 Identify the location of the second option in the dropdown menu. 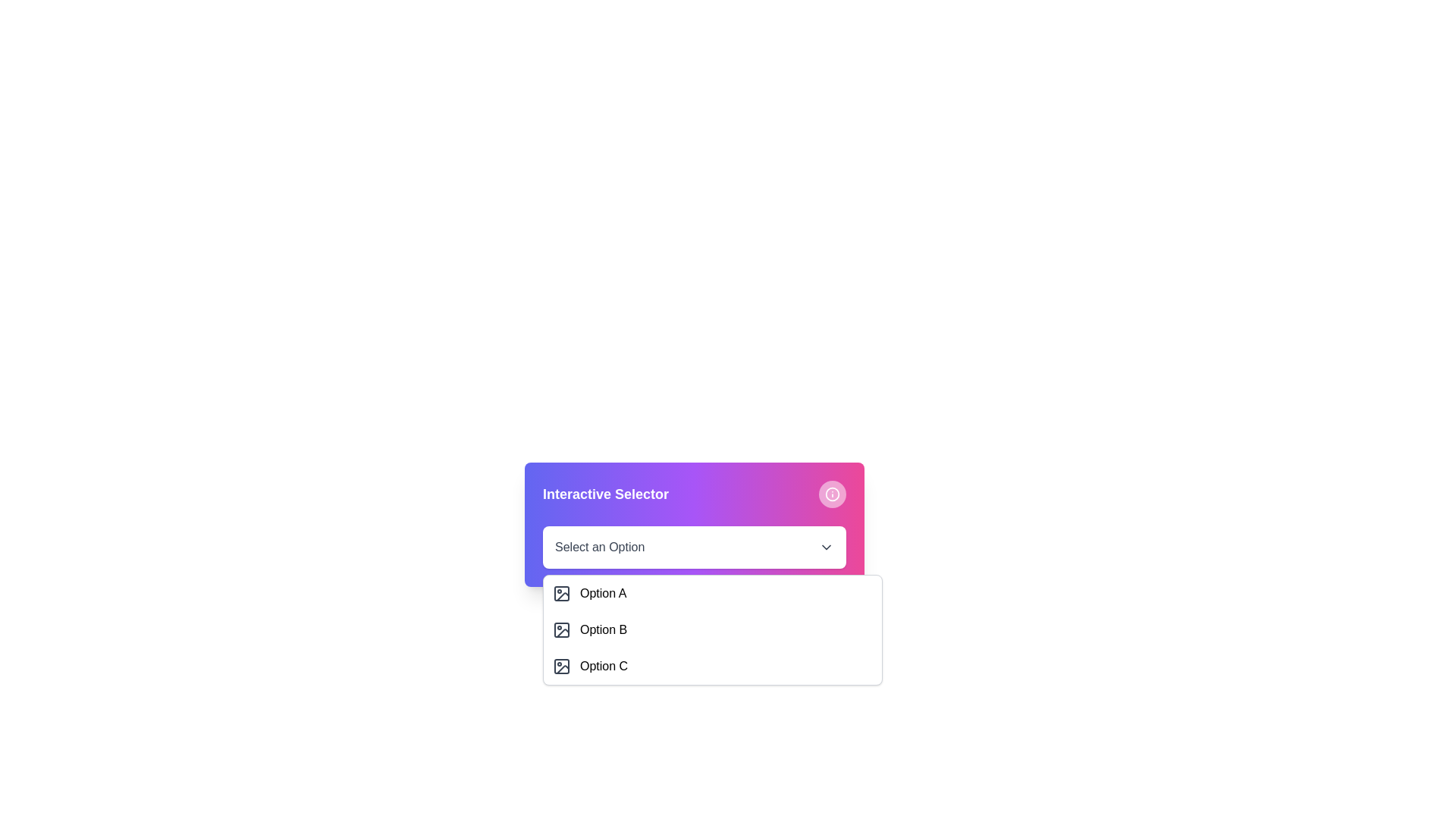
(712, 629).